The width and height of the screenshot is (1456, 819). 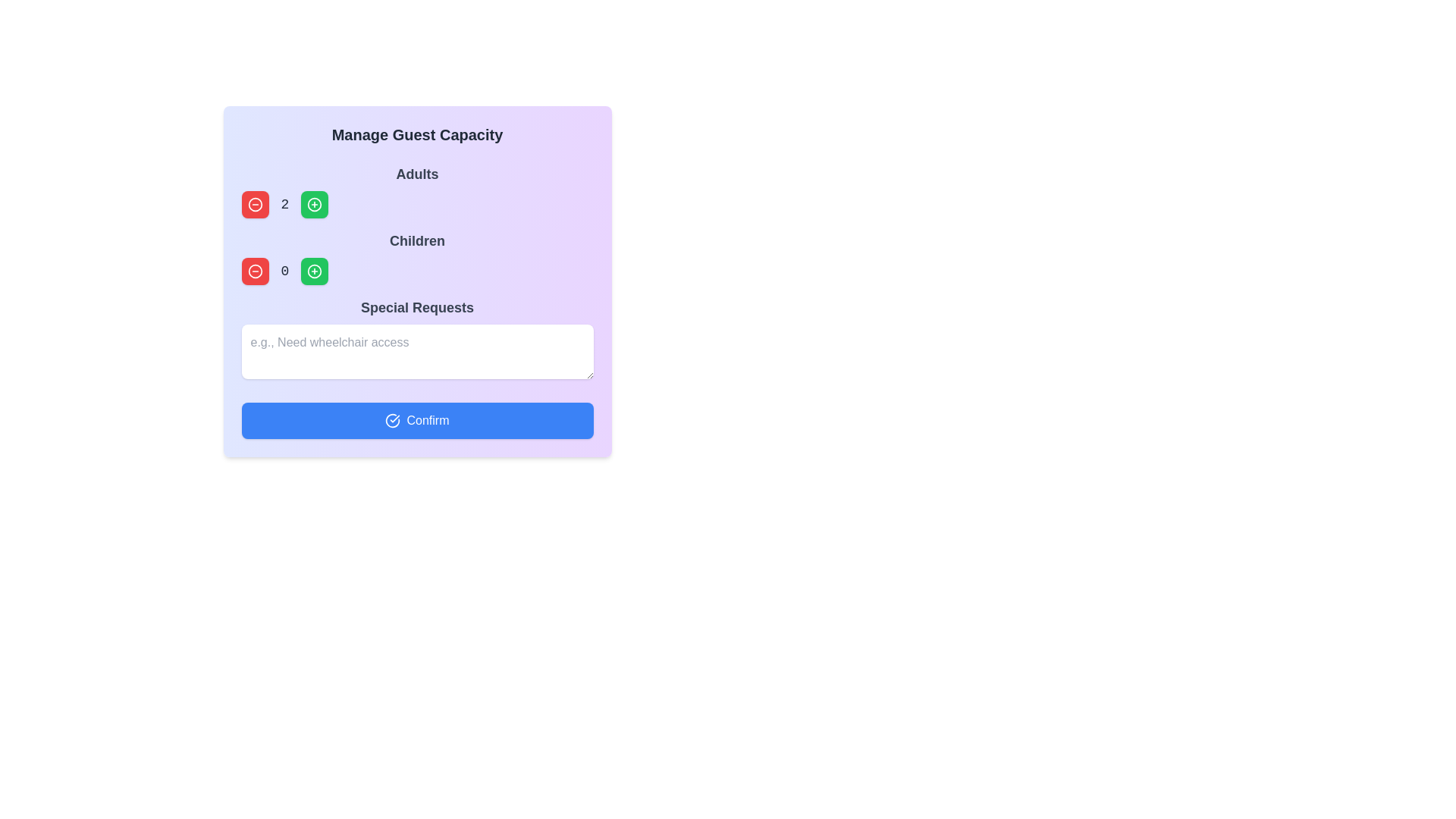 What do you see at coordinates (255, 271) in the screenshot?
I see `the decrement button for adults` at bounding box center [255, 271].